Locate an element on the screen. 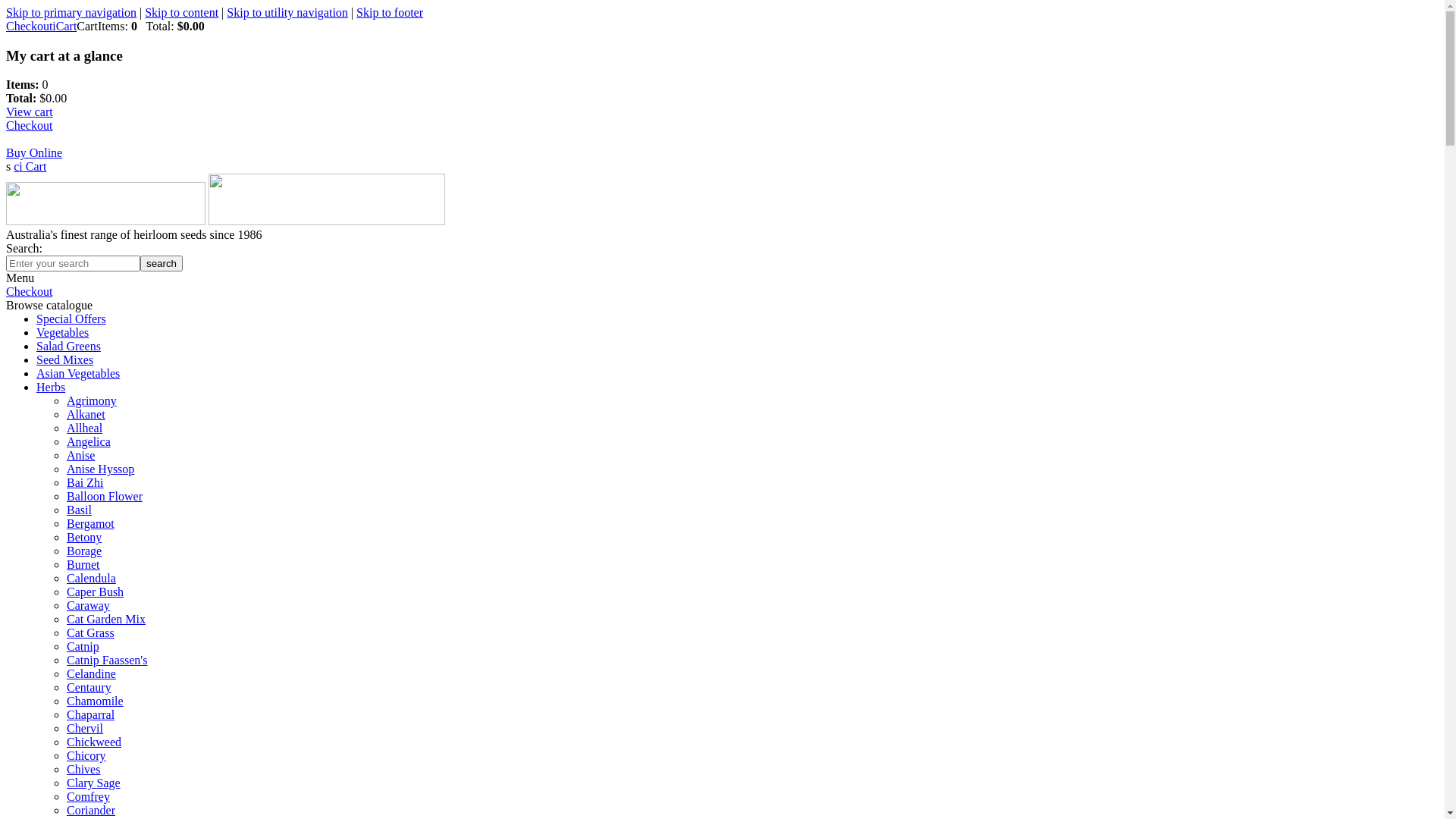  'Chaparral' is located at coordinates (89, 714).